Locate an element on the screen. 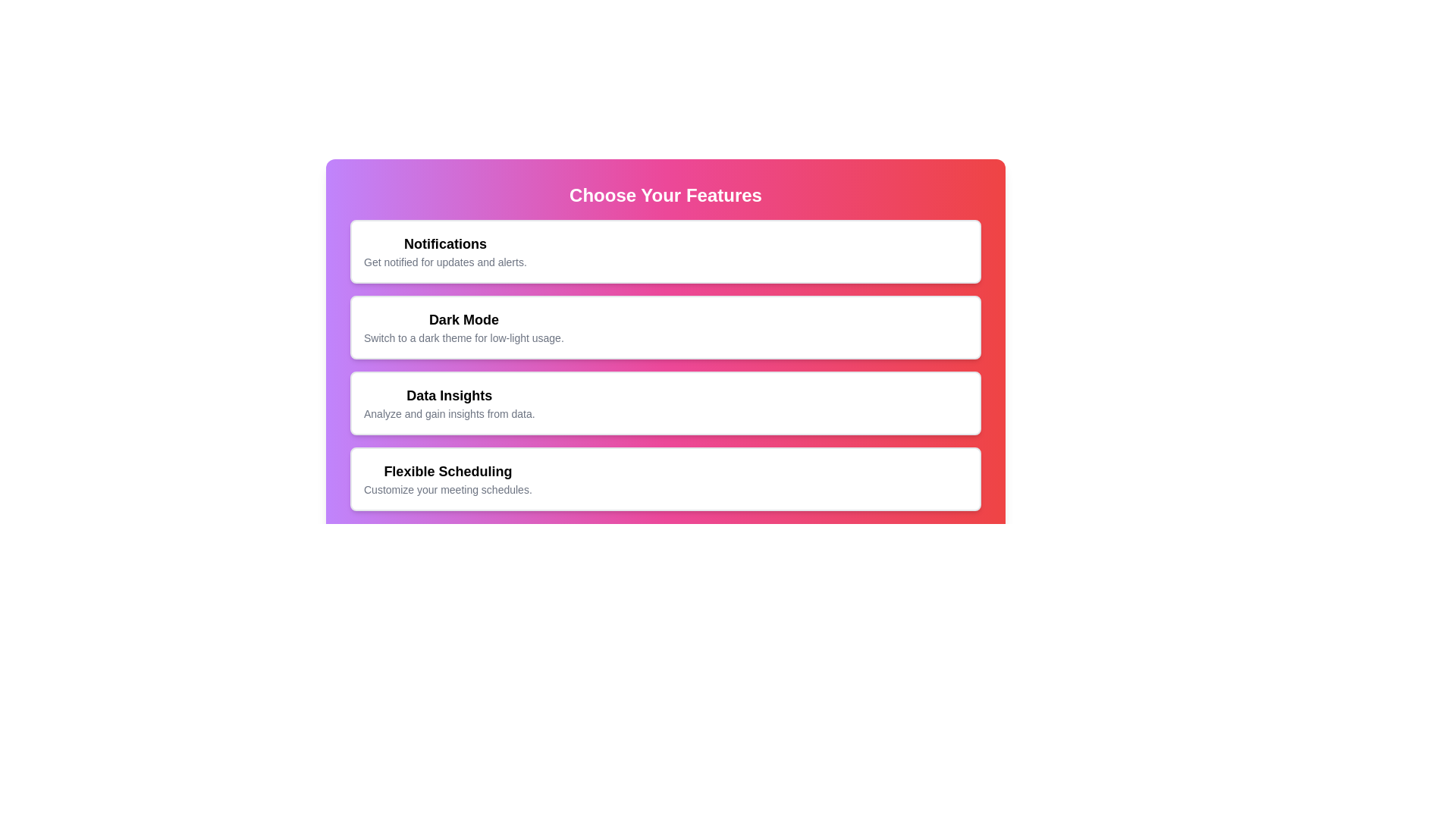 The height and width of the screenshot is (819, 1456). the Text Label that introduces the functionality related to enabling dark mode, which is centrally aligned in the second white rectangular feature section under the 'Notifications' section is located at coordinates (463, 318).